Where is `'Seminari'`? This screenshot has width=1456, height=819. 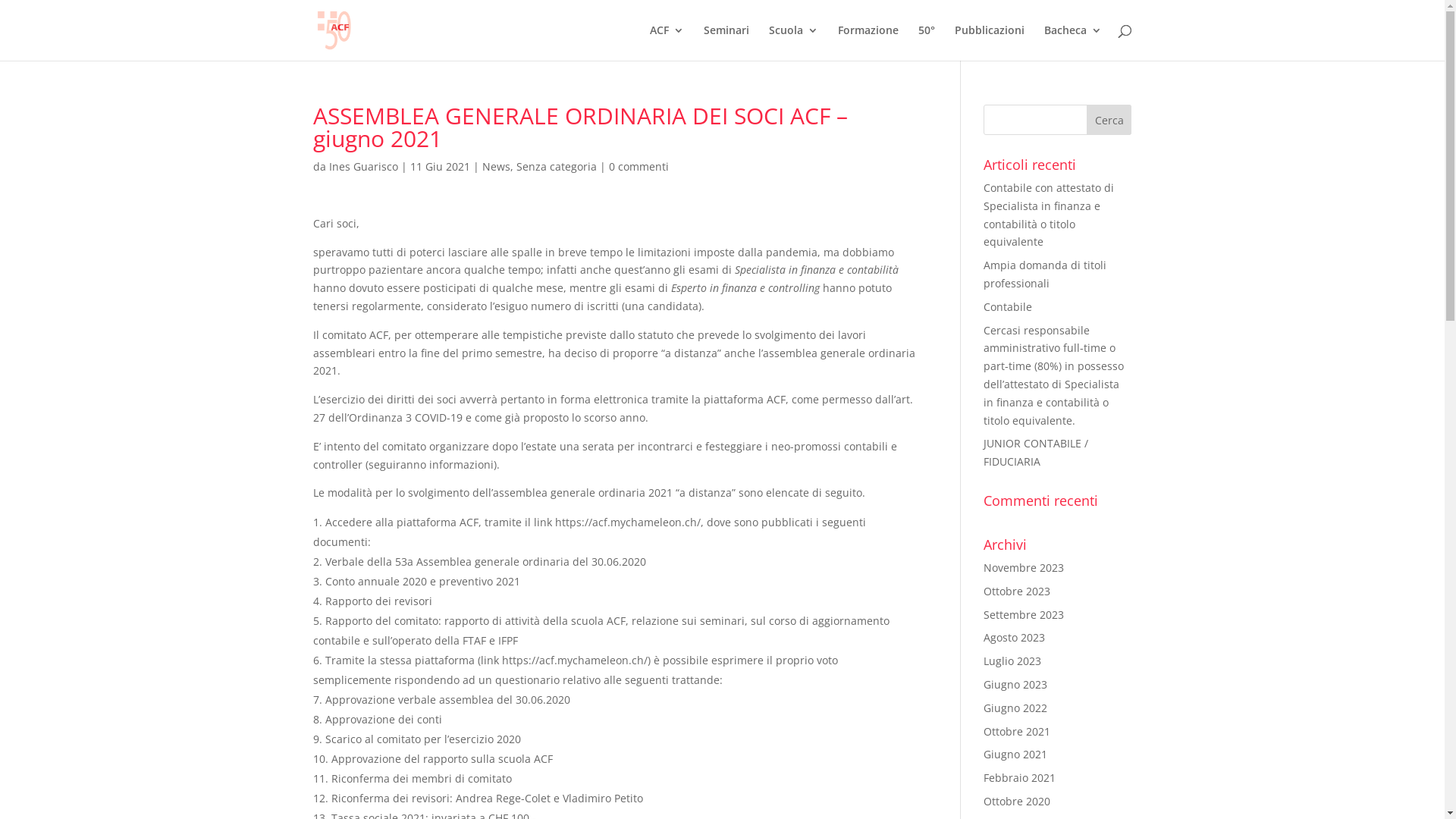 'Seminari' is located at coordinates (726, 42).